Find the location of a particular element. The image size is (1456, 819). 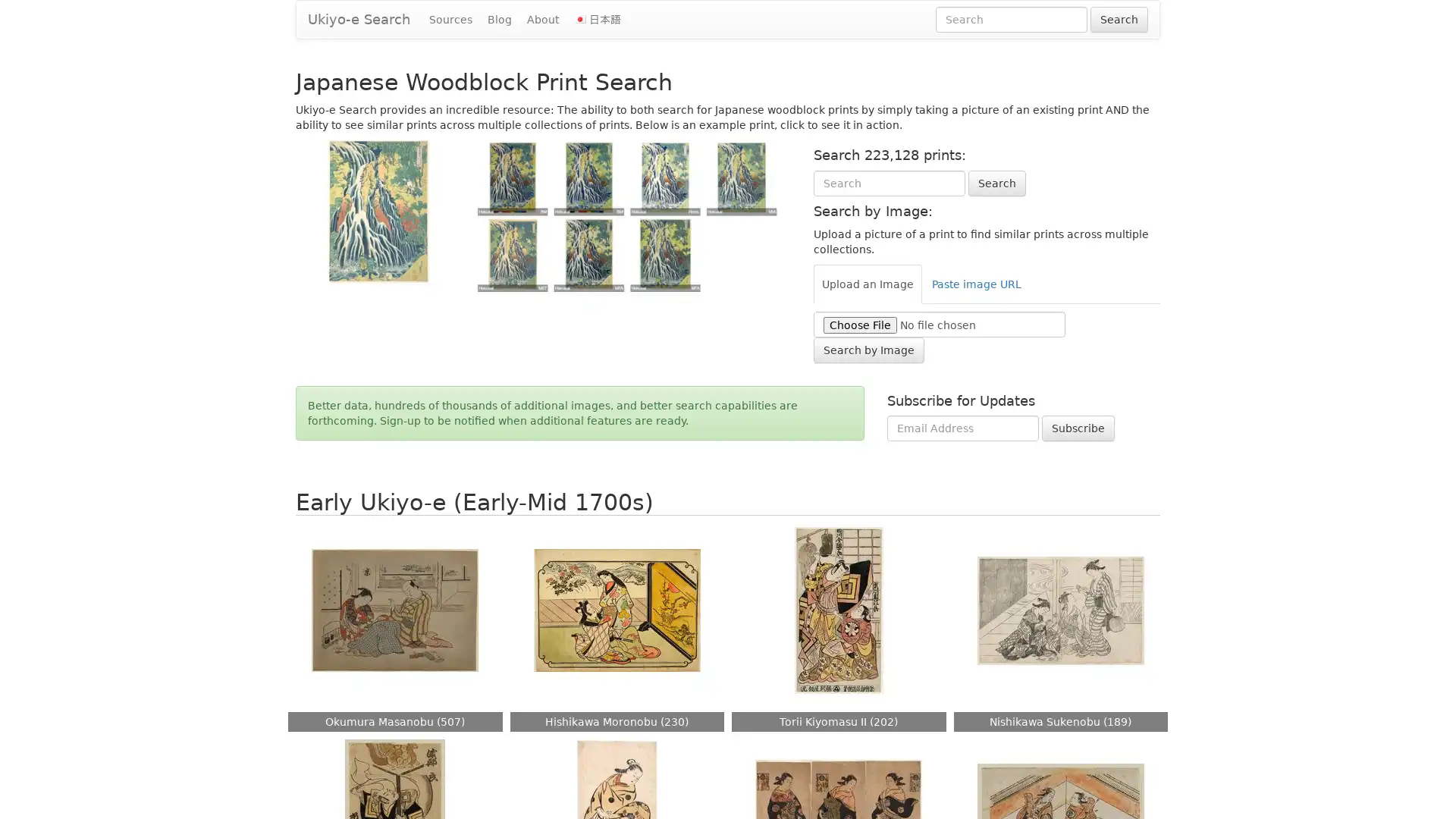

Search by Image is located at coordinates (868, 350).